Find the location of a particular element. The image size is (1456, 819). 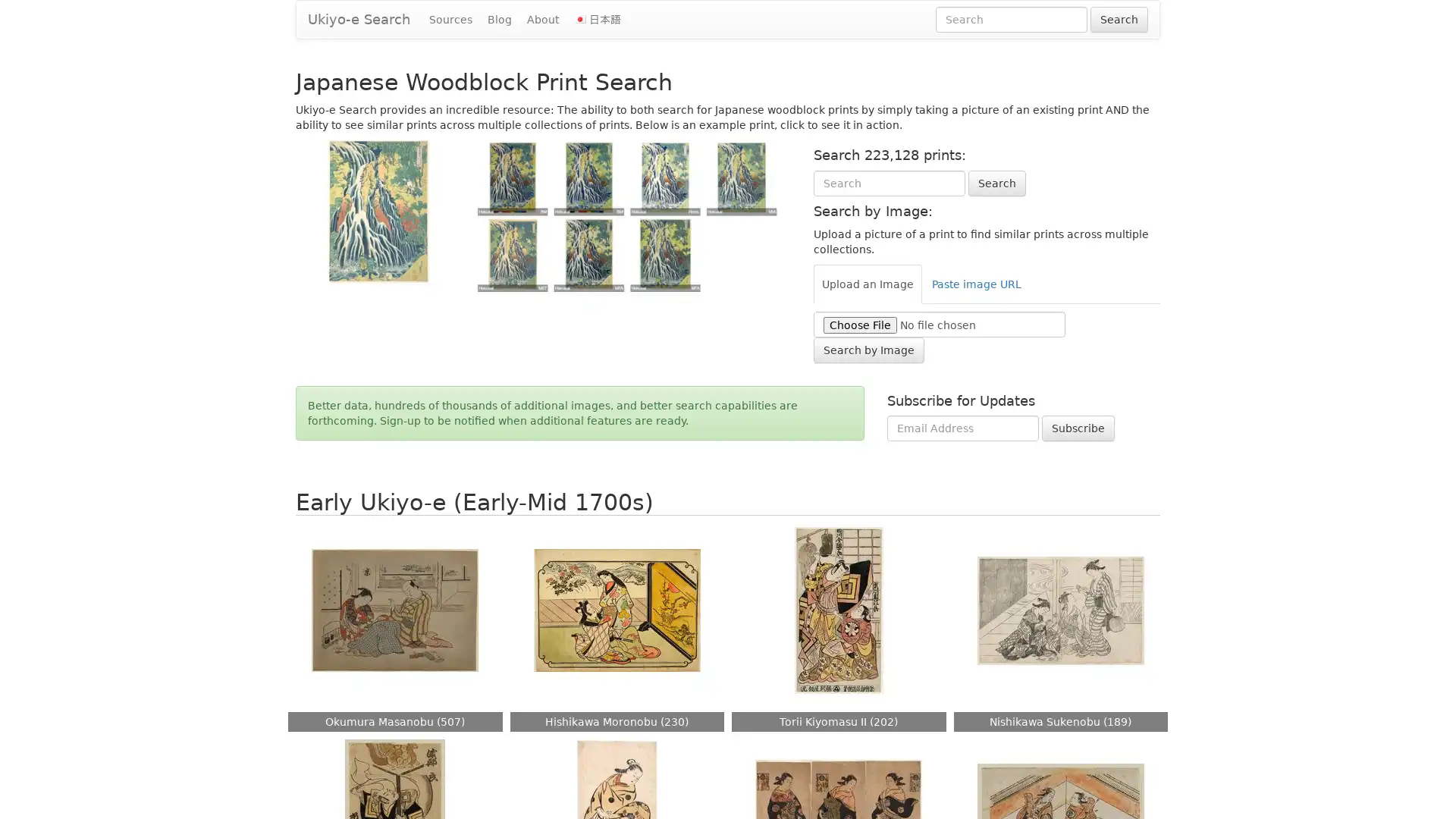

Search by Image is located at coordinates (868, 350).